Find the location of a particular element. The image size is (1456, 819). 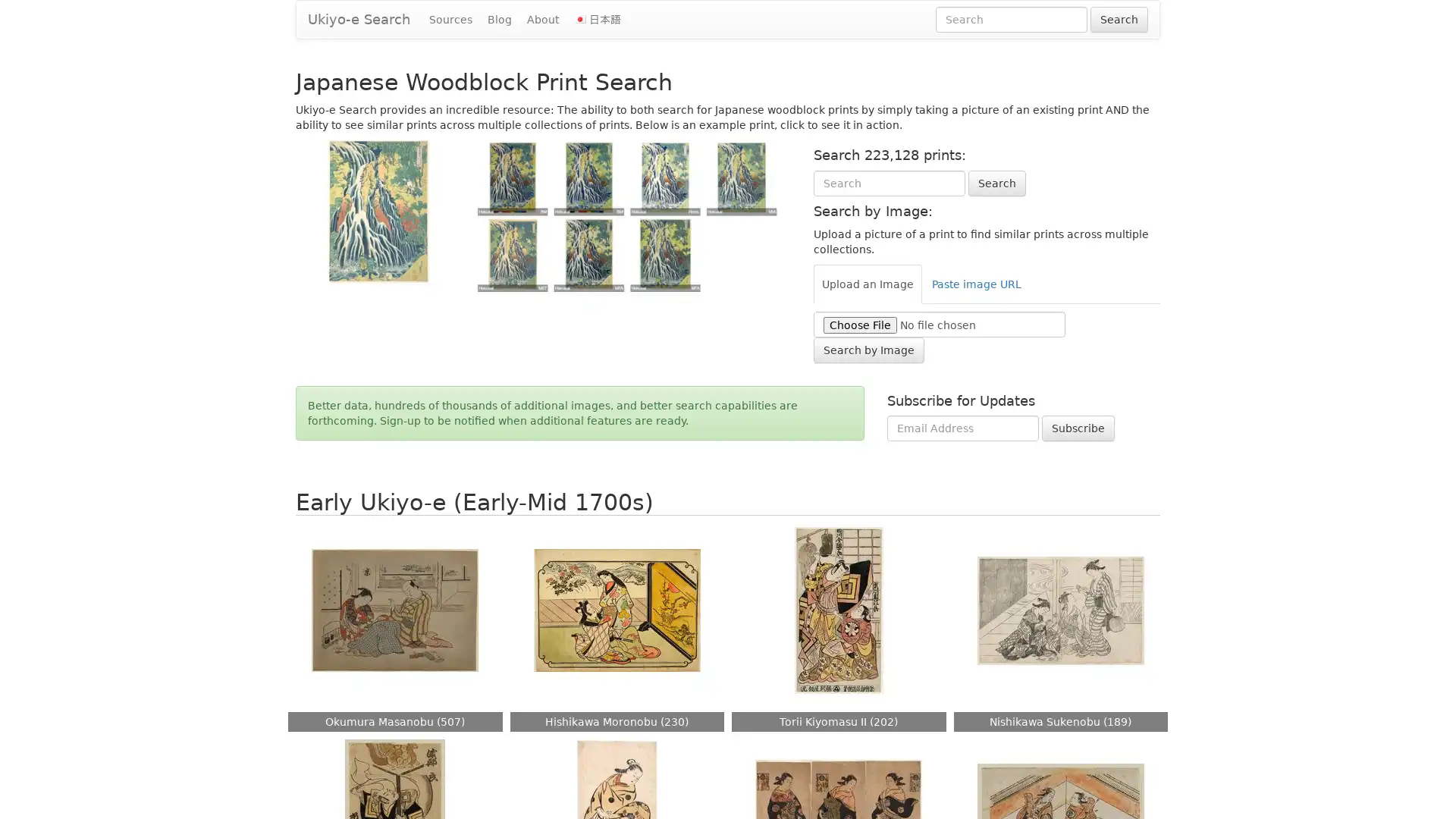

Search by Image is located at coordinates (868, 350).